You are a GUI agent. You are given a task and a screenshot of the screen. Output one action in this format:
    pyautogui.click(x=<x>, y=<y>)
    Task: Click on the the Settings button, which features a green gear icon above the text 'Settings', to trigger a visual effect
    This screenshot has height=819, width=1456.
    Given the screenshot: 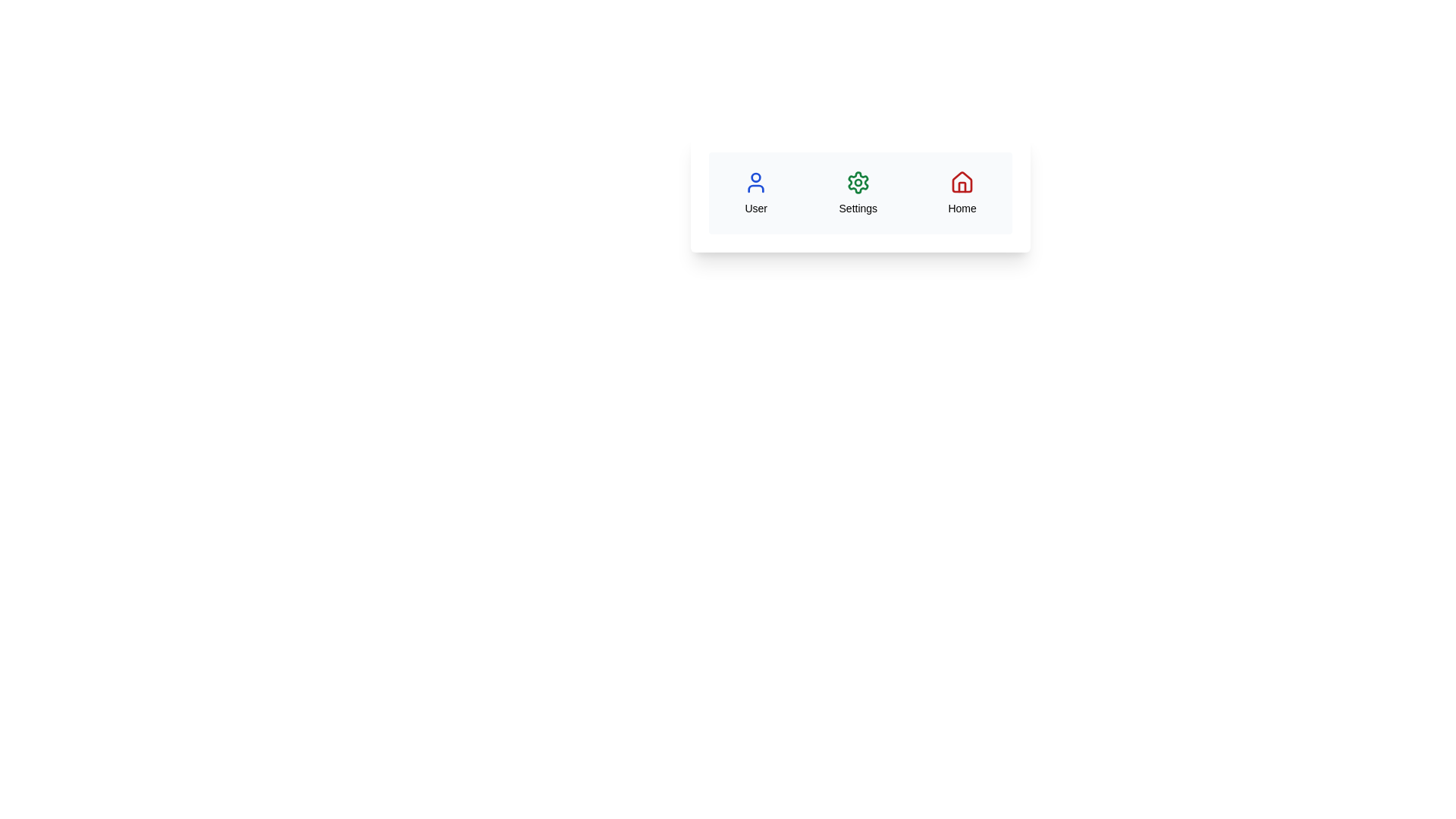 What is the action you would take?
    pyautogui.click(x=858, y=192)
    